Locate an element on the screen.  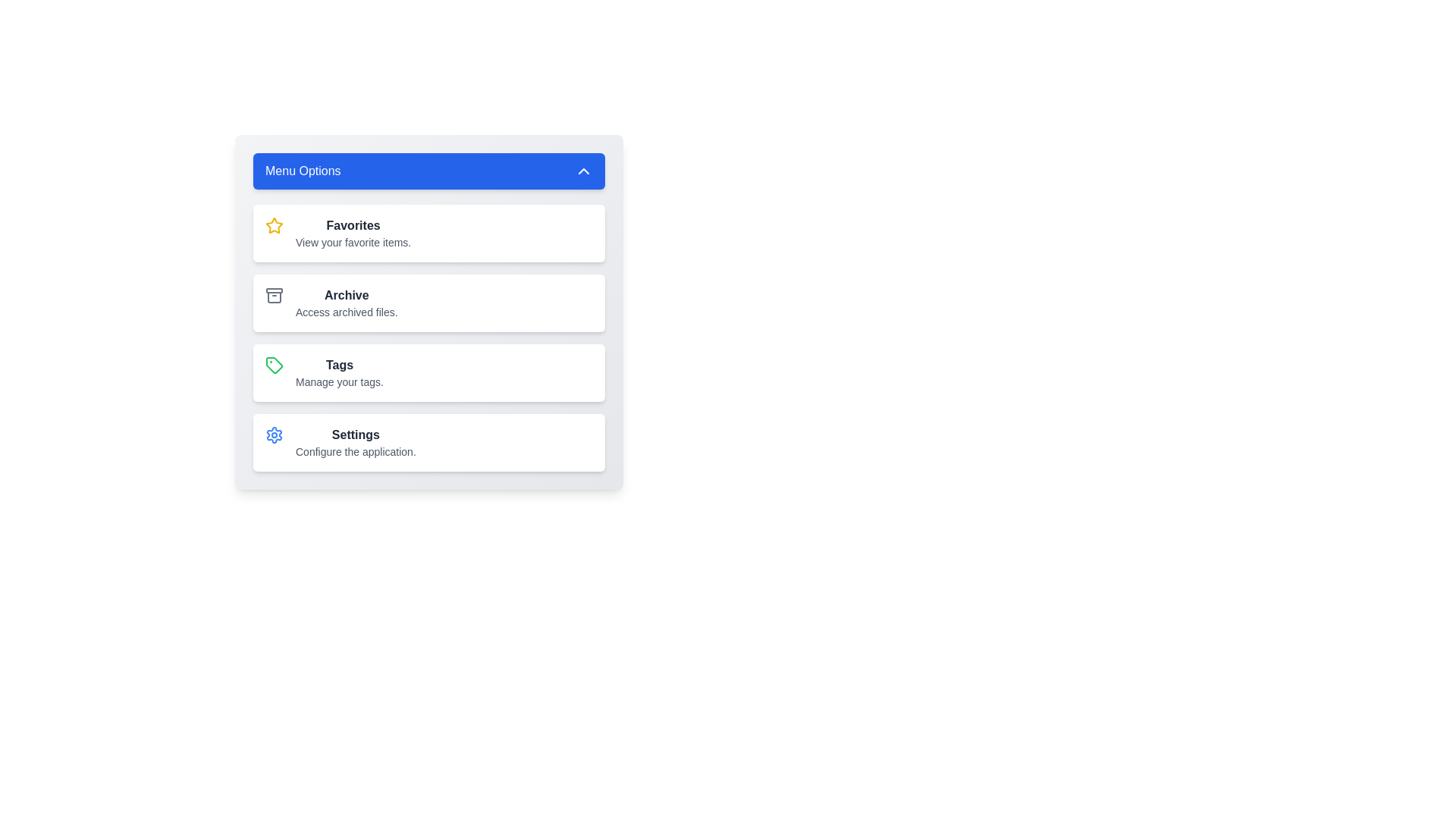
static text label 'Archive' which is the bolded title text in dark gray within the second menu card below 'Menu Options' is located at coordinates (346, 295).